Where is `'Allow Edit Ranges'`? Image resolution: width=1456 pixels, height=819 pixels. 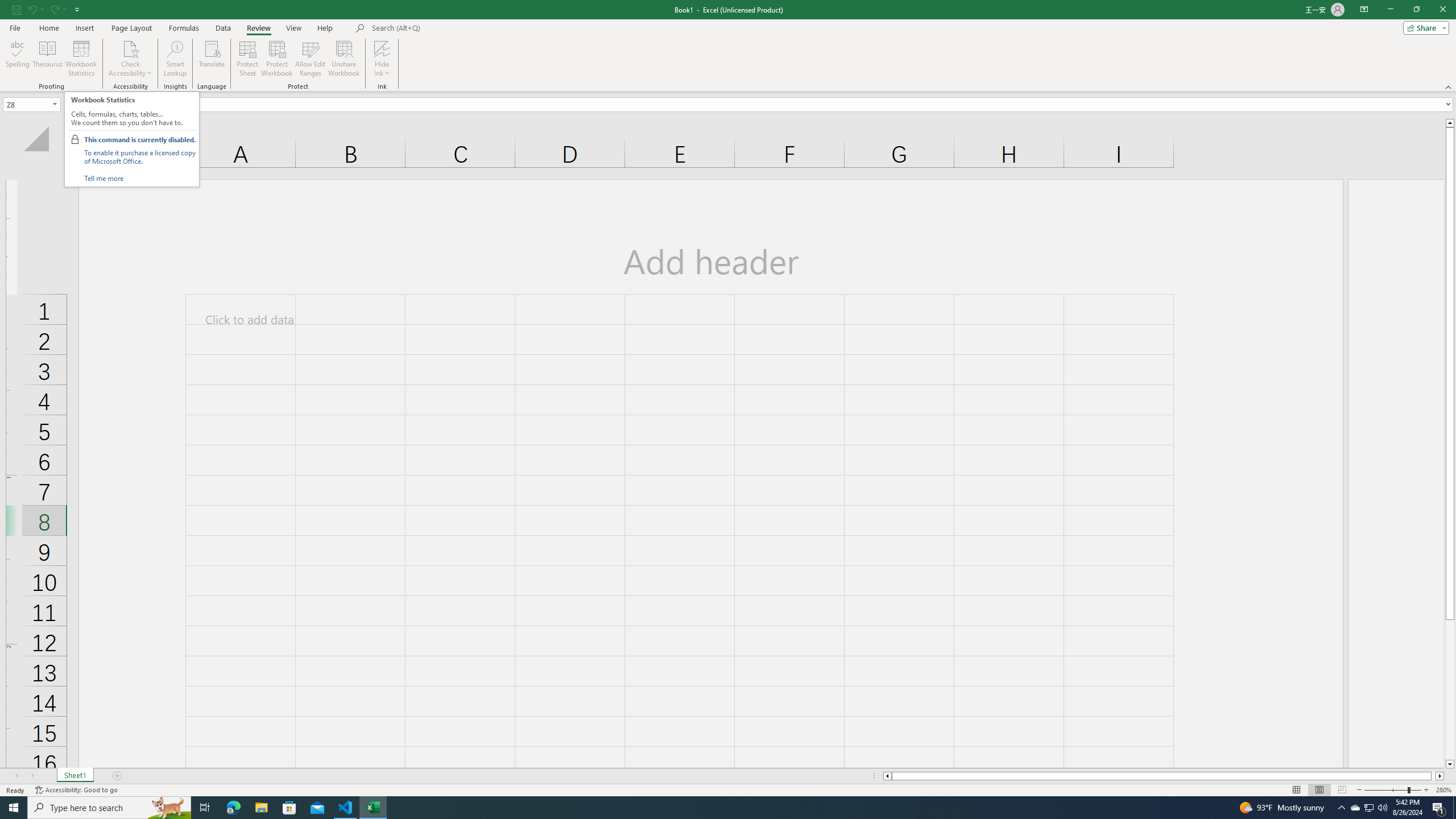
'Allow Edit Ranges' is located at coordinates (311, 59).